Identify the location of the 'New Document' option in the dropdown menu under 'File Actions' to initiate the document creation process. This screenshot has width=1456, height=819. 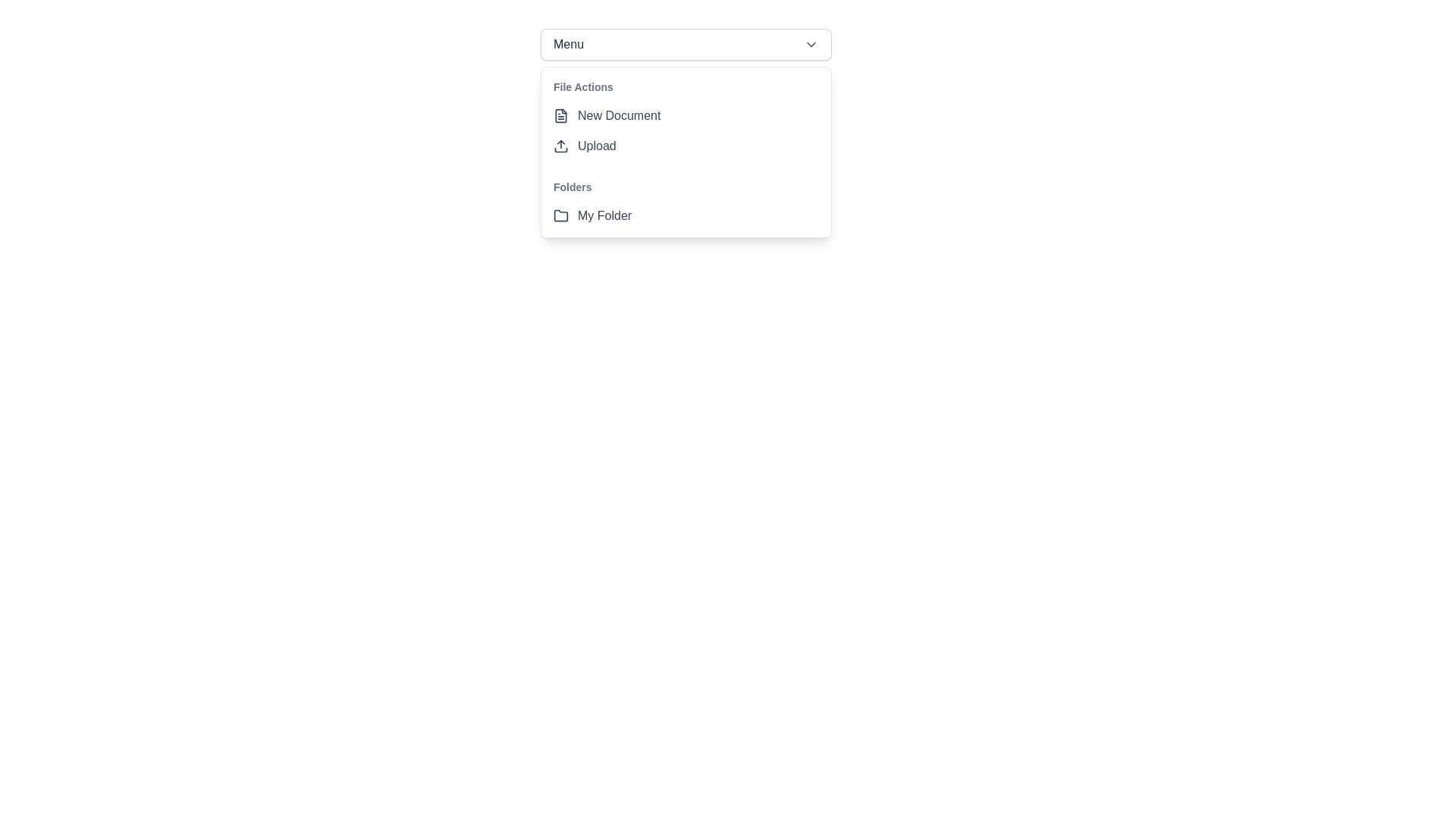
(619, 115).